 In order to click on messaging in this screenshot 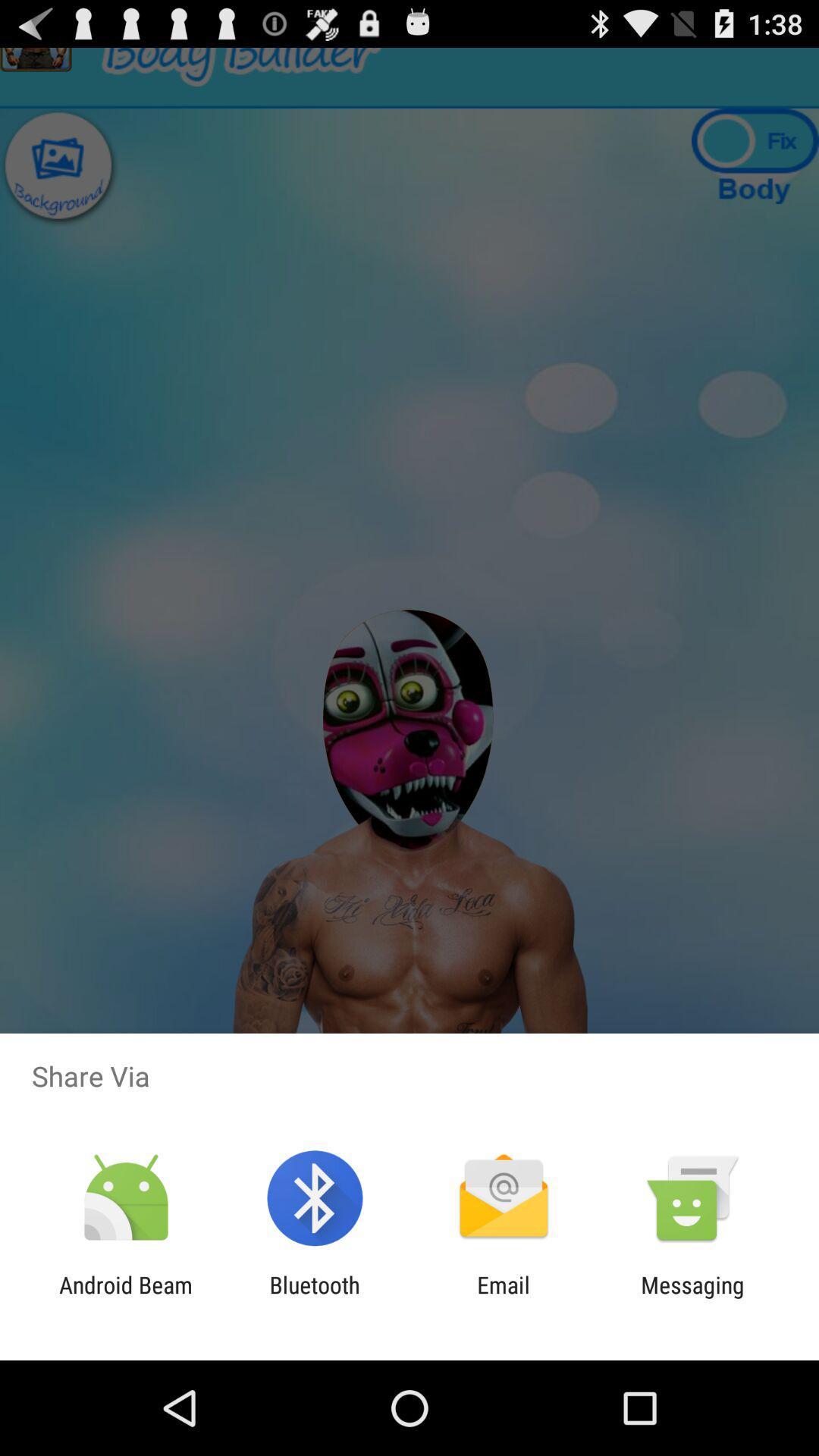, I will do `click(692, 1298)`.